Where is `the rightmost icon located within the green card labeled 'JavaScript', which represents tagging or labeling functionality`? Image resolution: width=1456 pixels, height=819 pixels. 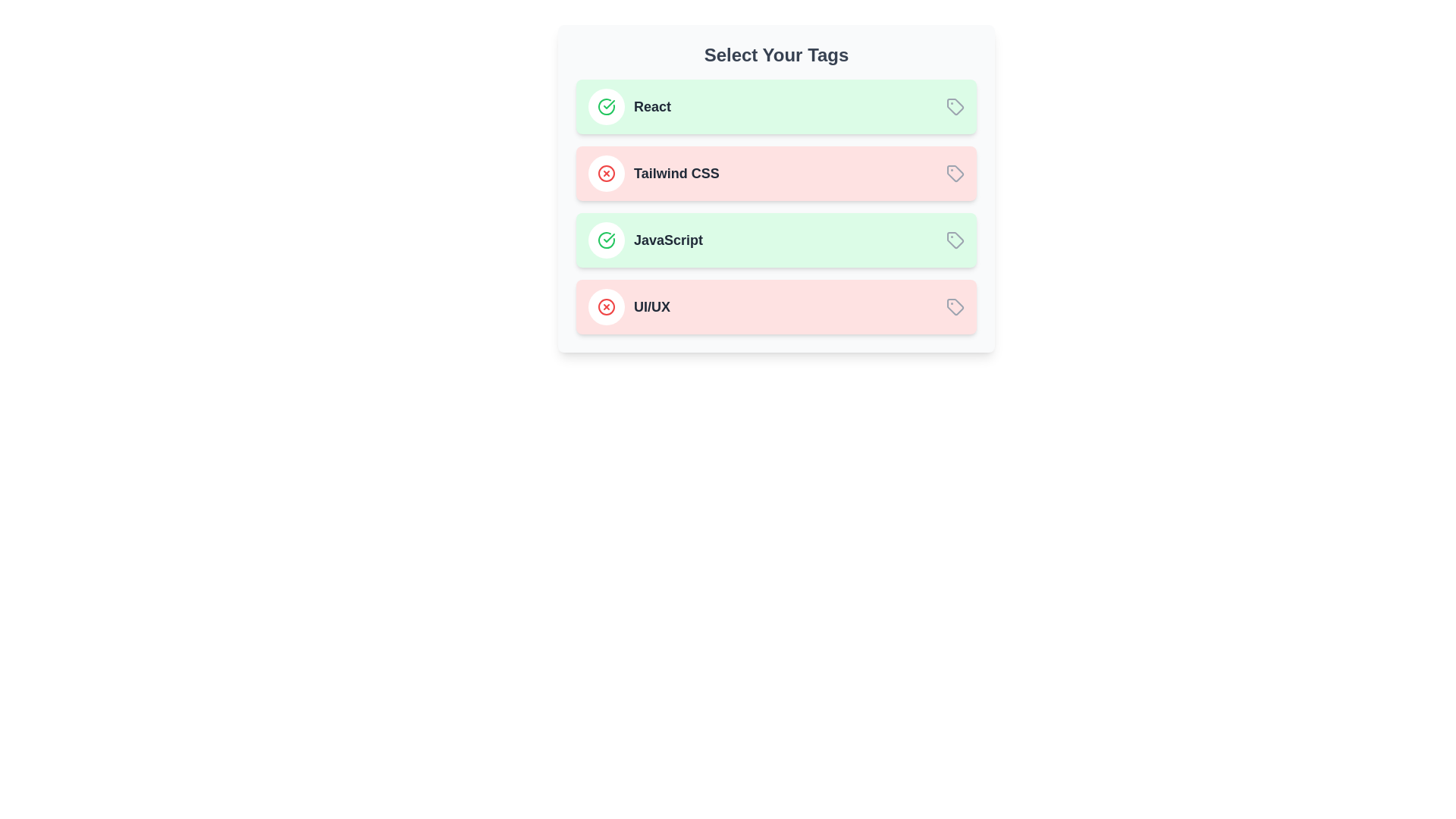 the rightmost icon located within the green card labeled 'JavaScript', which represents tagging or labeling functionality is located at coordinates (954, 239).